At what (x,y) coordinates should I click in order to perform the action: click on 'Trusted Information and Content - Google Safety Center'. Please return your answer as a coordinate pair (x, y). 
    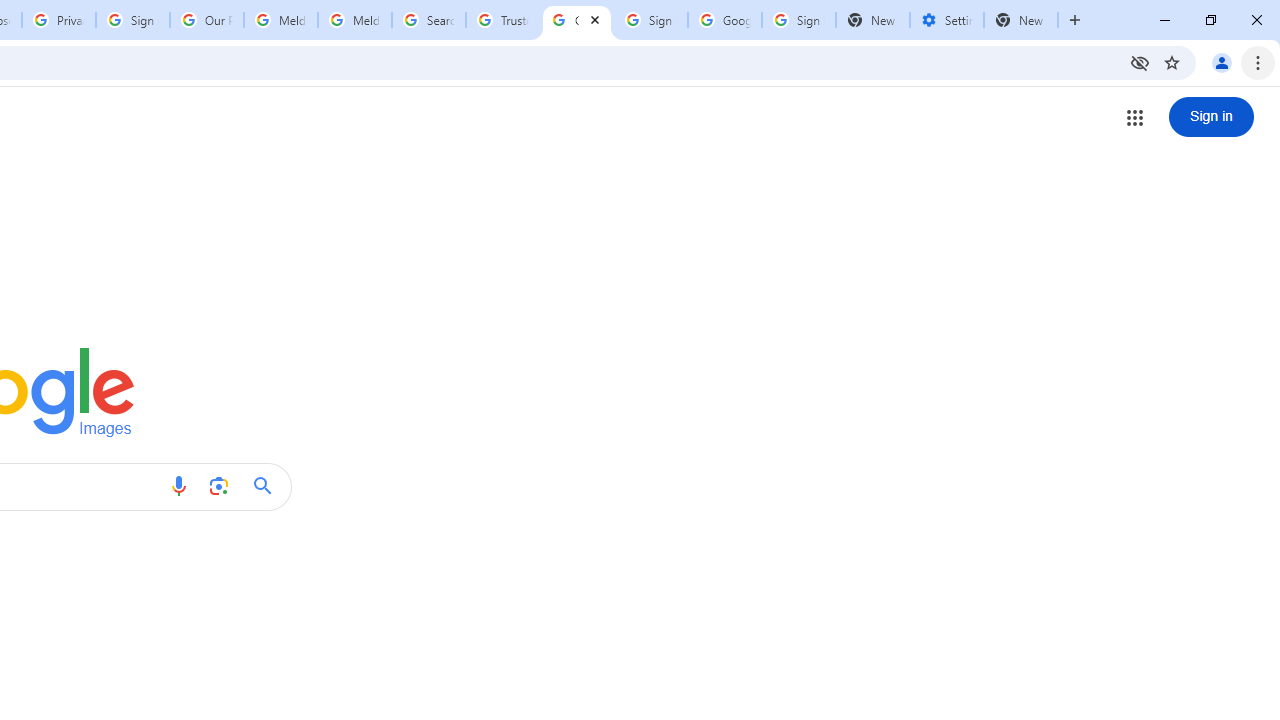
    Looking at the image, I should click on (503, 20).